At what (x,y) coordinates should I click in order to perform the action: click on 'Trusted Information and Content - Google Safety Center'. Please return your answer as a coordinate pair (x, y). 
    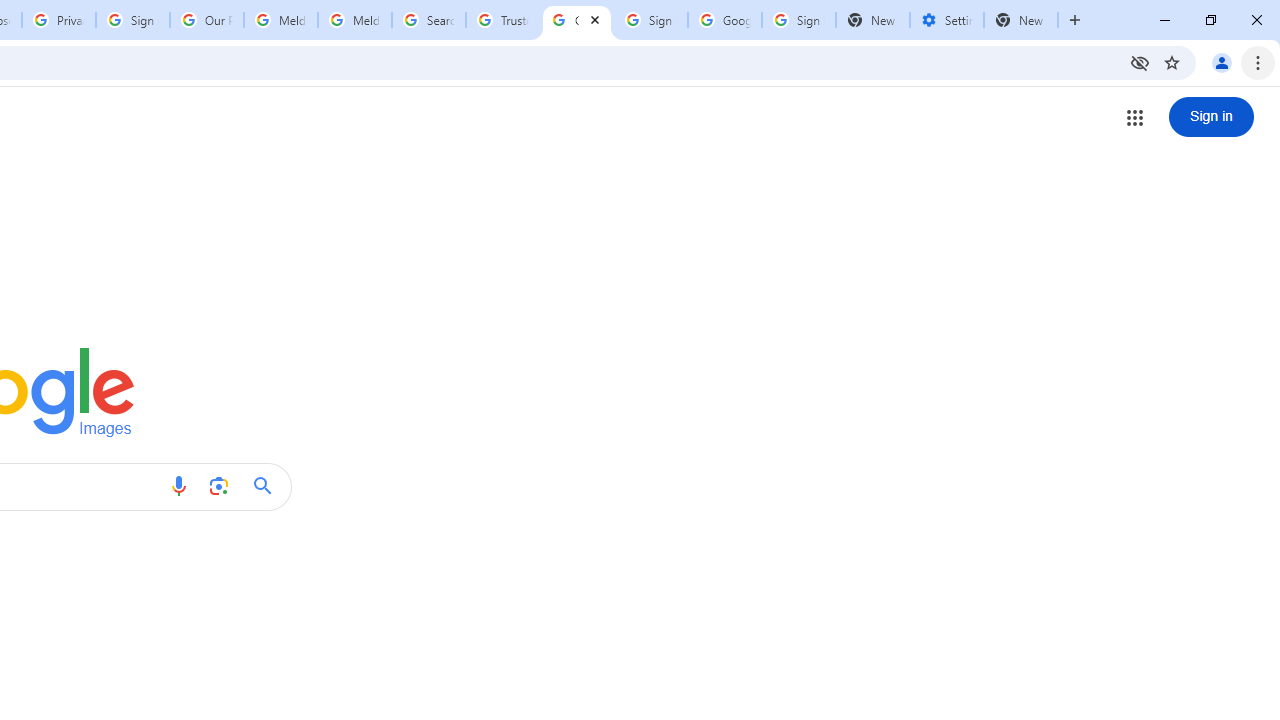
    Looking at the image, I should click on (503, 20).